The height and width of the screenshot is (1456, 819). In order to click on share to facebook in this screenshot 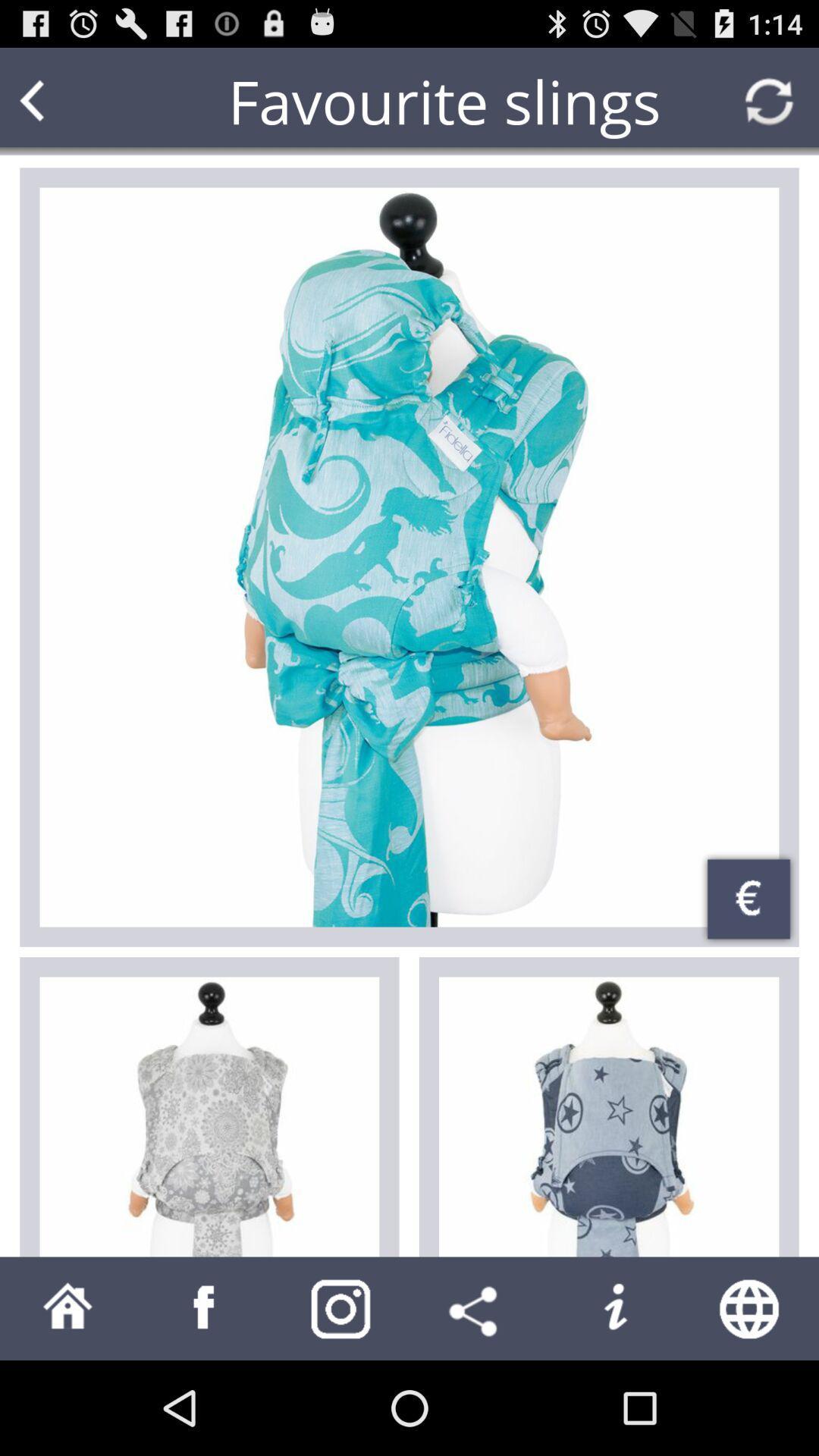, I will do `click(205, 1307)`.